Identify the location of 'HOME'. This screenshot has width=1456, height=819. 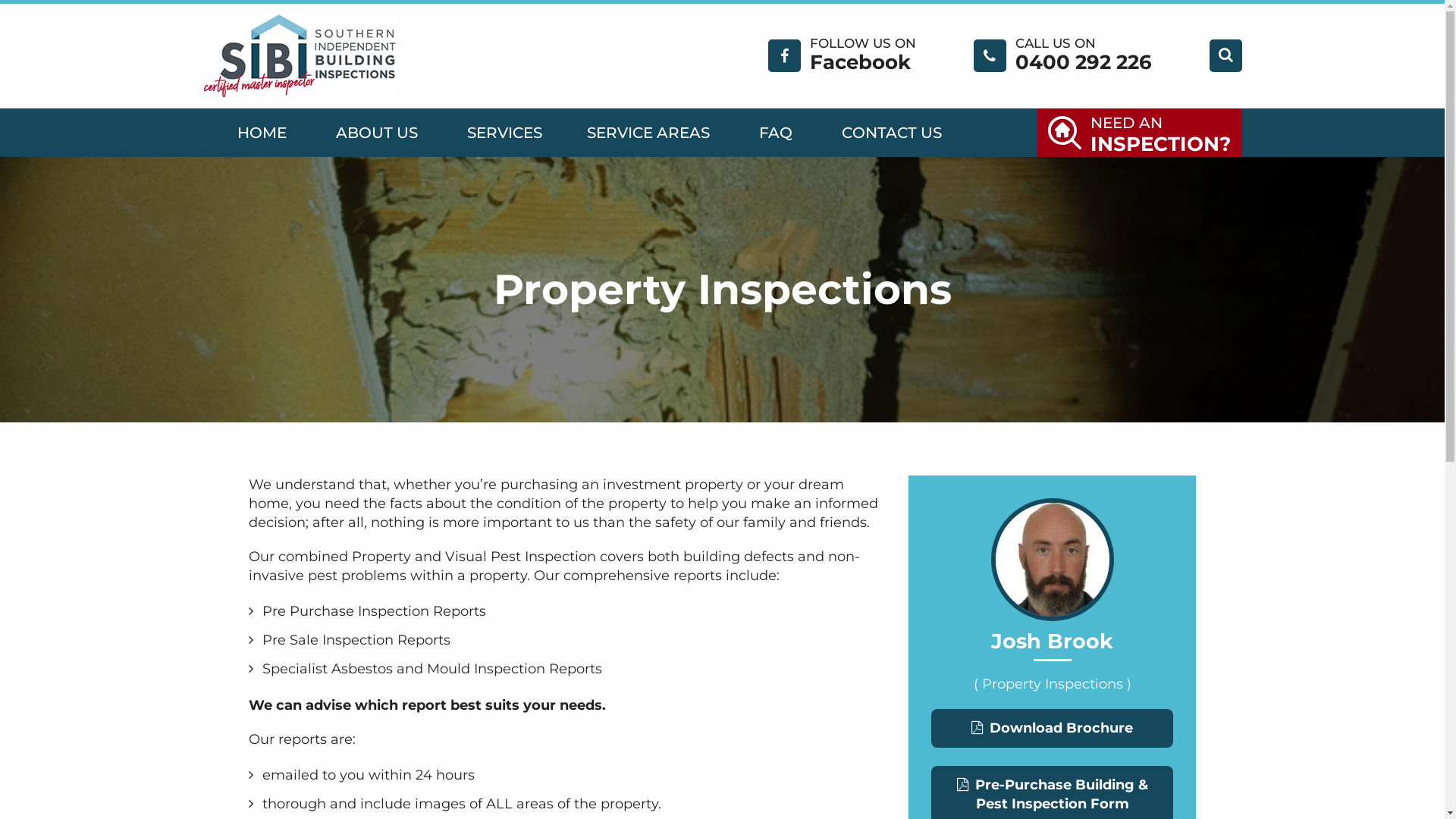
(261, 131).